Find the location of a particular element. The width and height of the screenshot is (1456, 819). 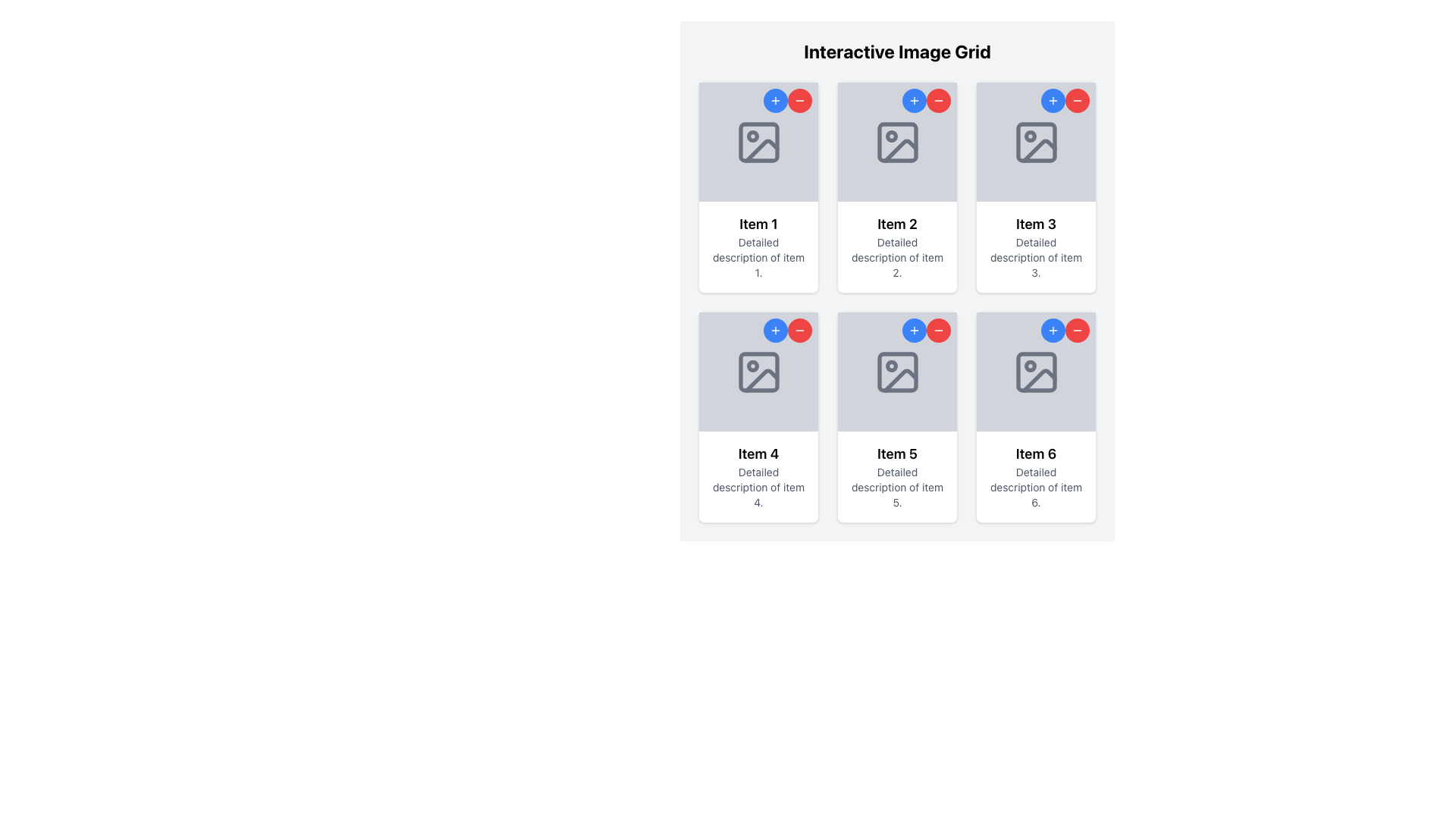

properties of the decorative shape within the SVG graphic located in the top-left corner of the interactive grid by using the developer tools is located at coordinates (758, 142).